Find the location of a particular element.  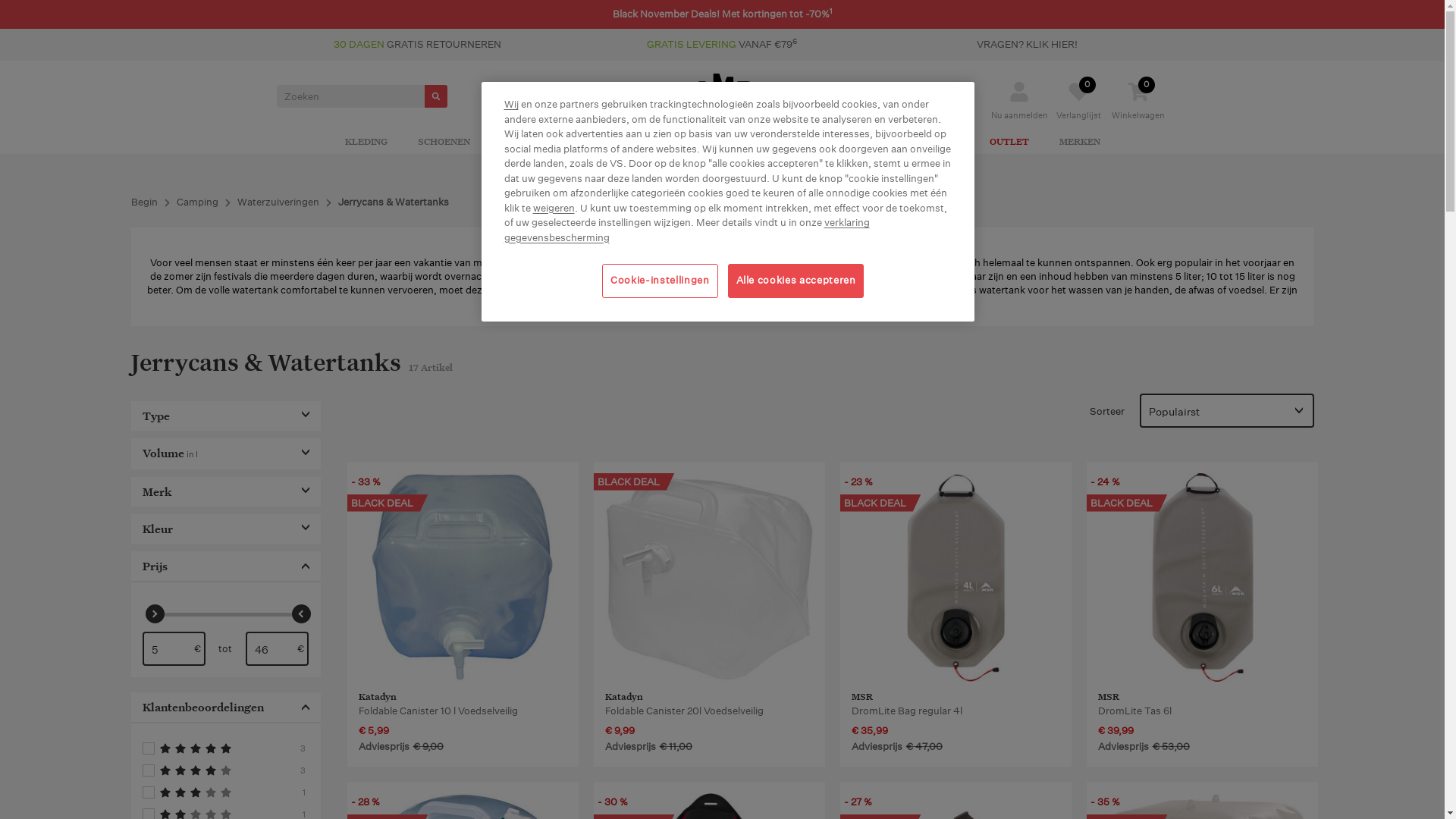

'0 is located at coordinates (1138, 110).